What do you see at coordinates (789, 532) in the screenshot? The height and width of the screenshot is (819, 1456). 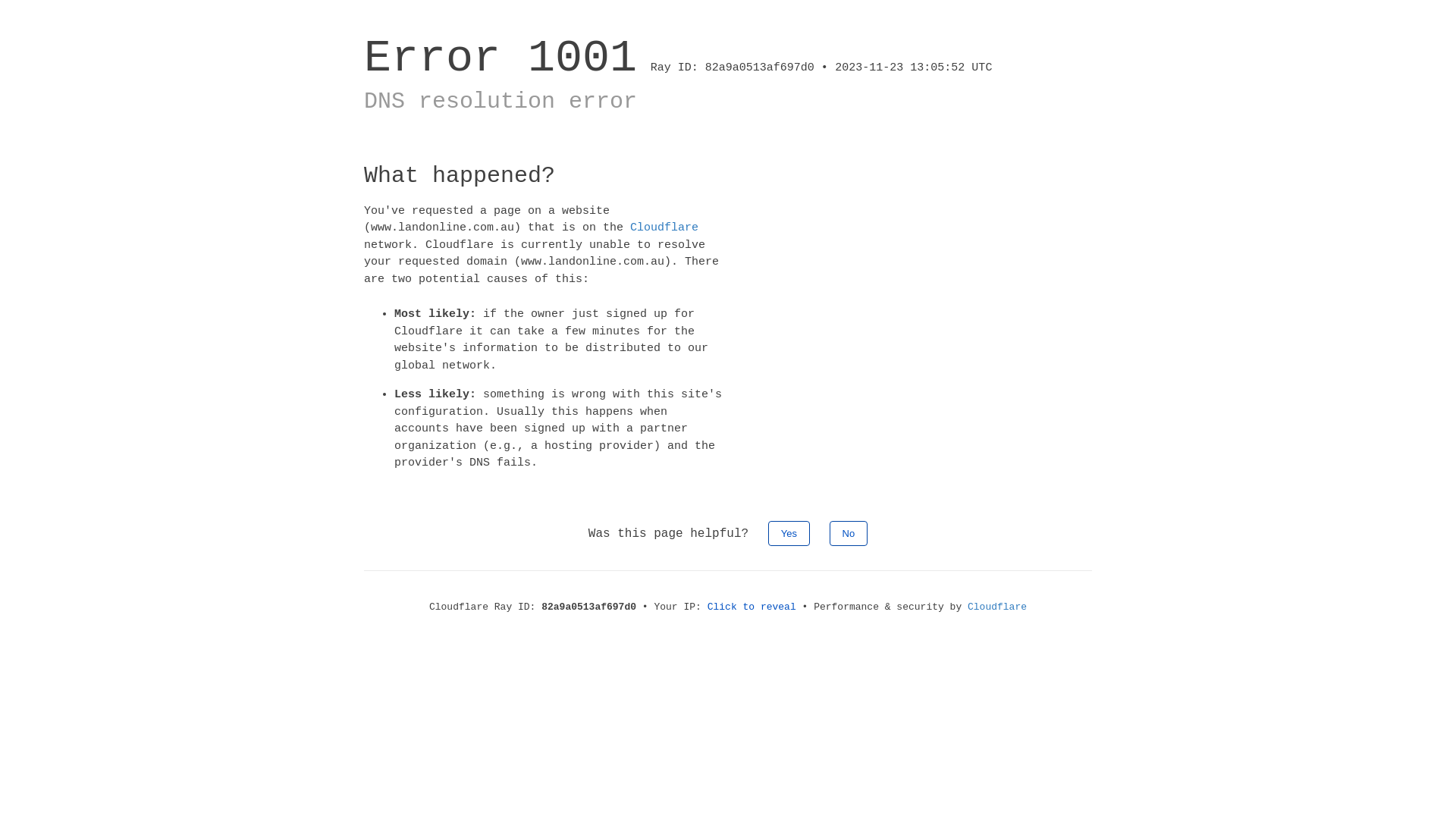 I see `'Yes'` at bounding box center [789, 532].